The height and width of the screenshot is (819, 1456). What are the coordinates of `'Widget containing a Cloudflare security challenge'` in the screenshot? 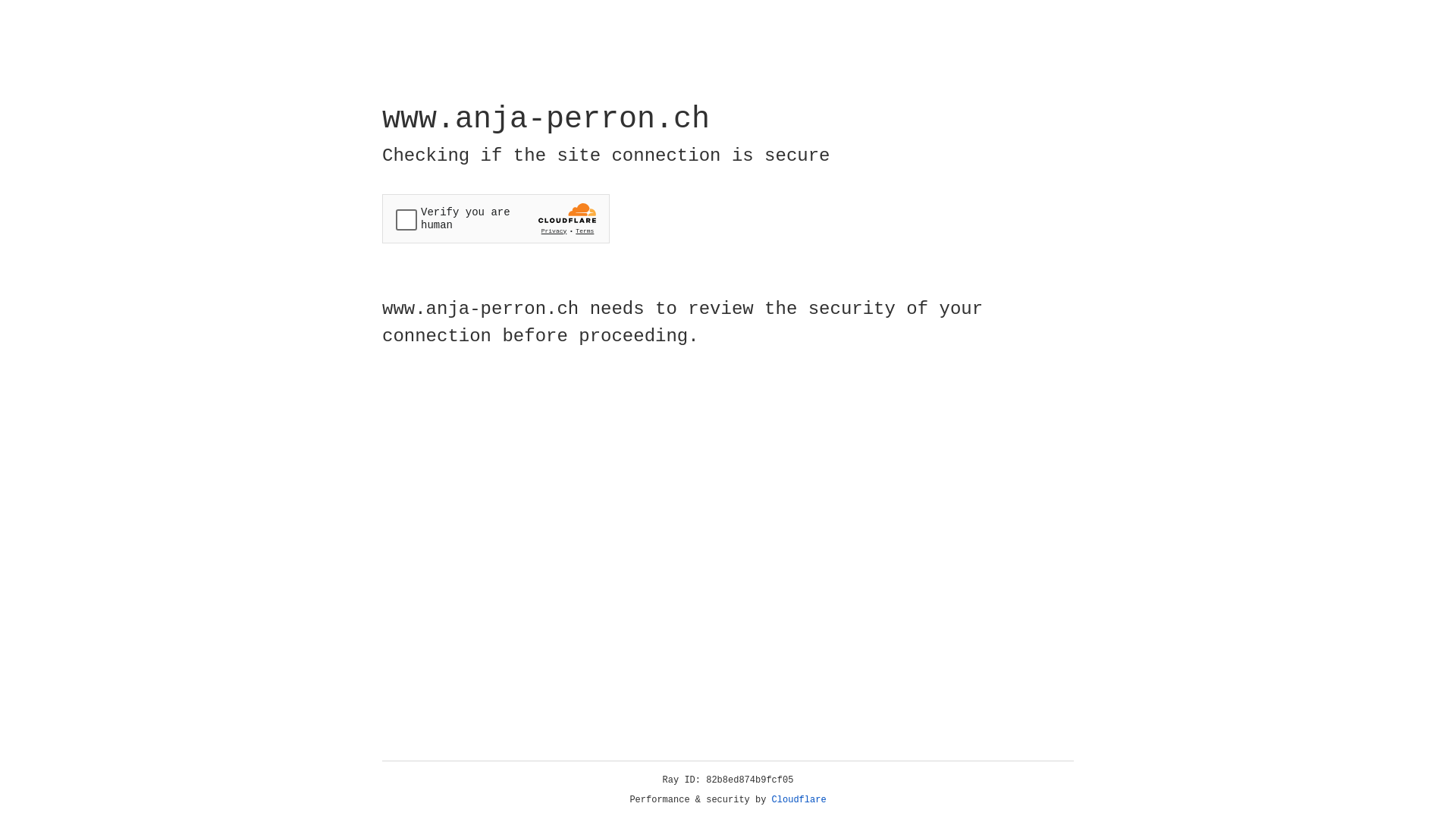 It's located at (495, 218).